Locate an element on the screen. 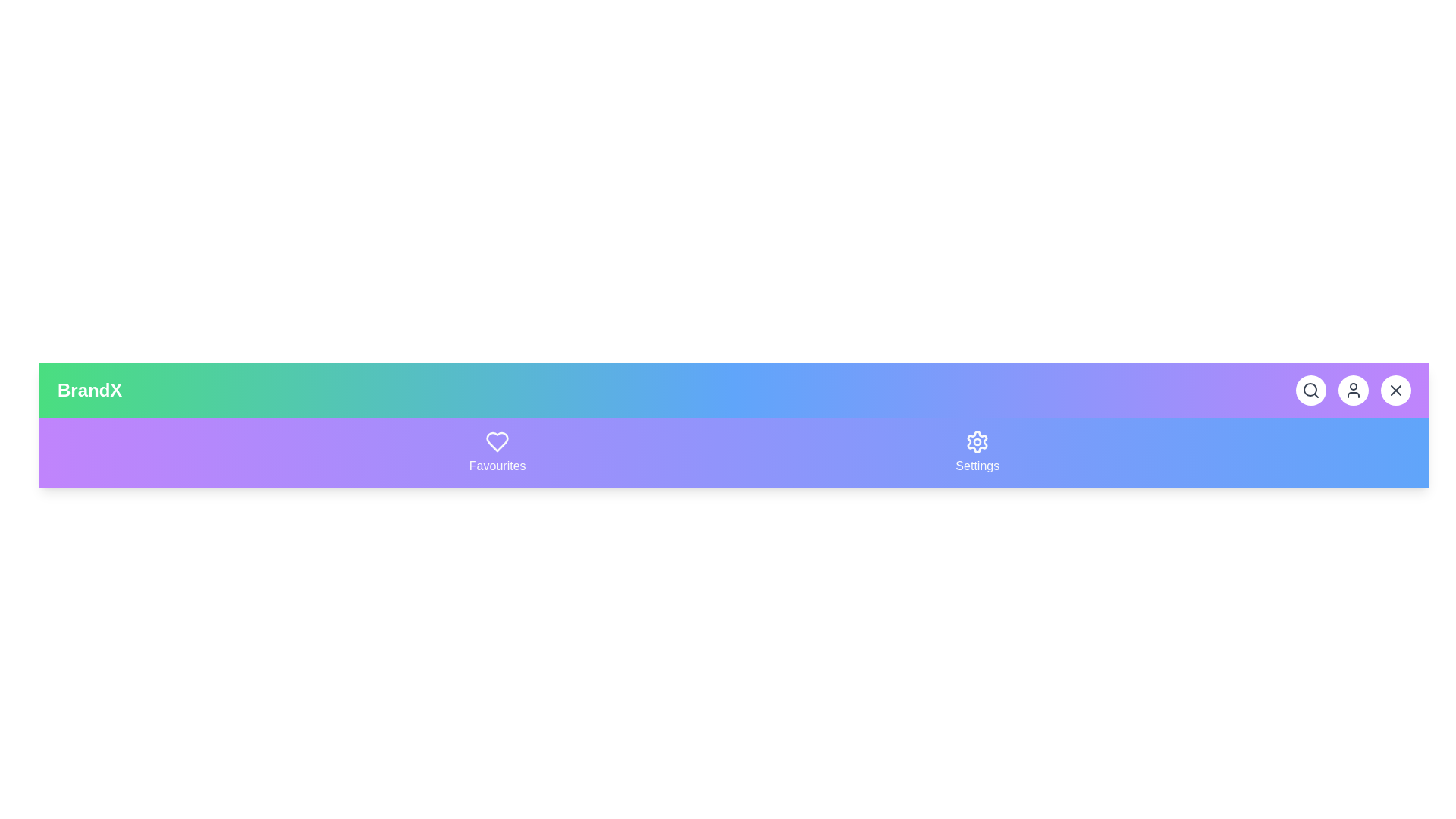  the search button is located at coordinates (1310, 390).